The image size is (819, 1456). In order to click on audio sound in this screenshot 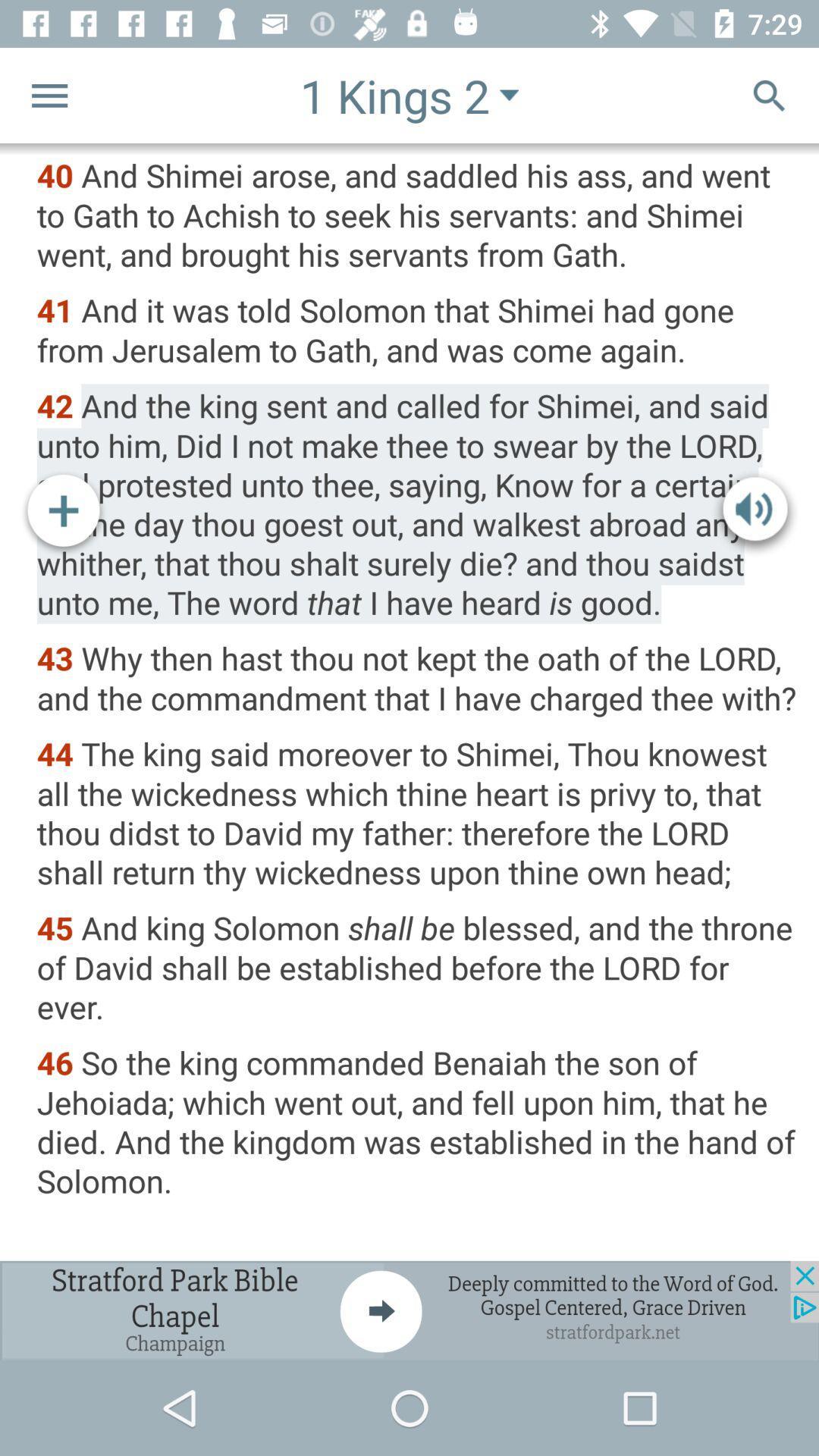, I will do `click(755, 513)`.